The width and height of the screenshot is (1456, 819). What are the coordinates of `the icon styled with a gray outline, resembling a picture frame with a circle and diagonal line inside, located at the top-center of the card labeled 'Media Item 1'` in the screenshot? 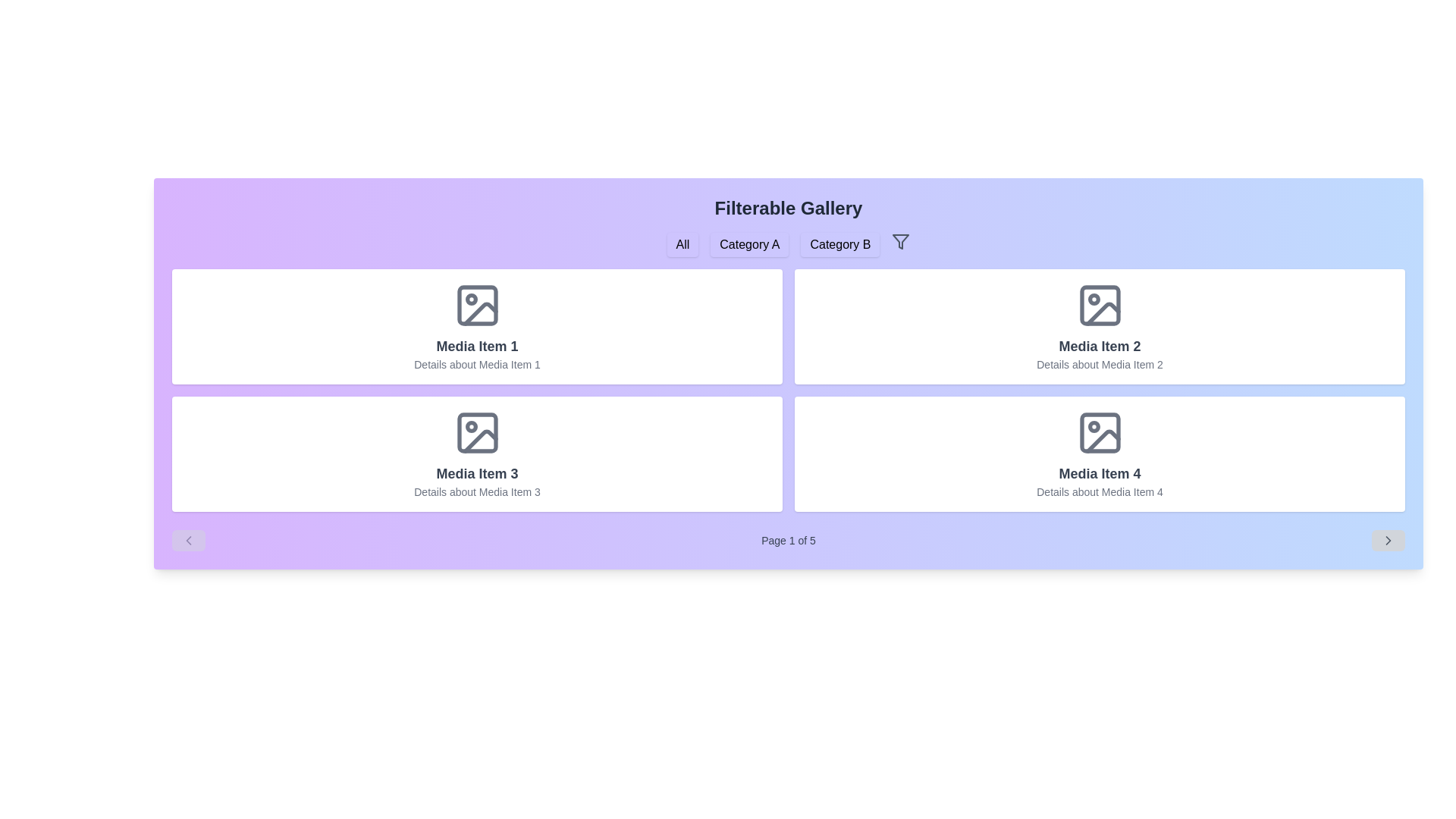 It's located at (476, 305).